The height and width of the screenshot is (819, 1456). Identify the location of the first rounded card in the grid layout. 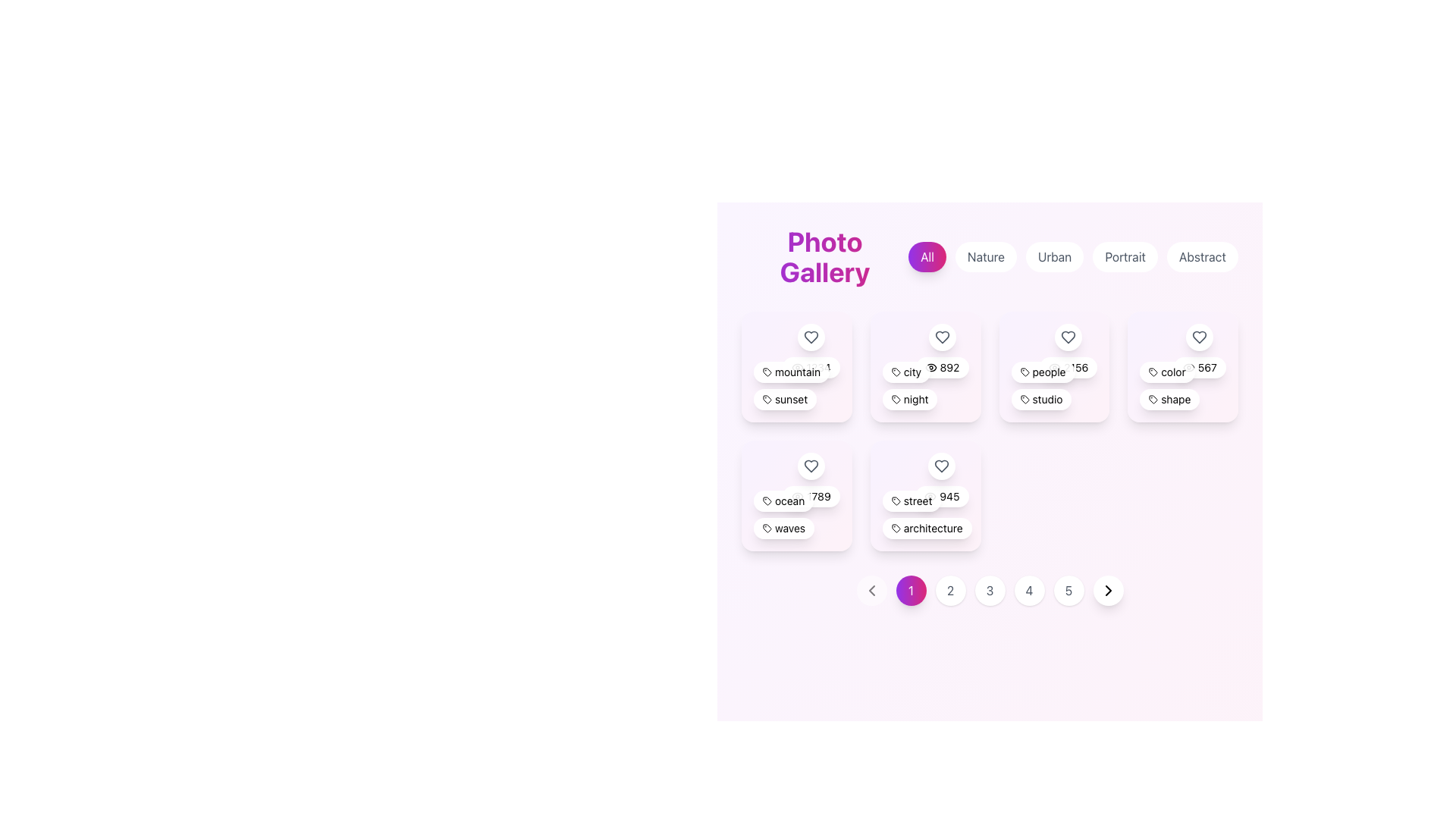
(795, 366).